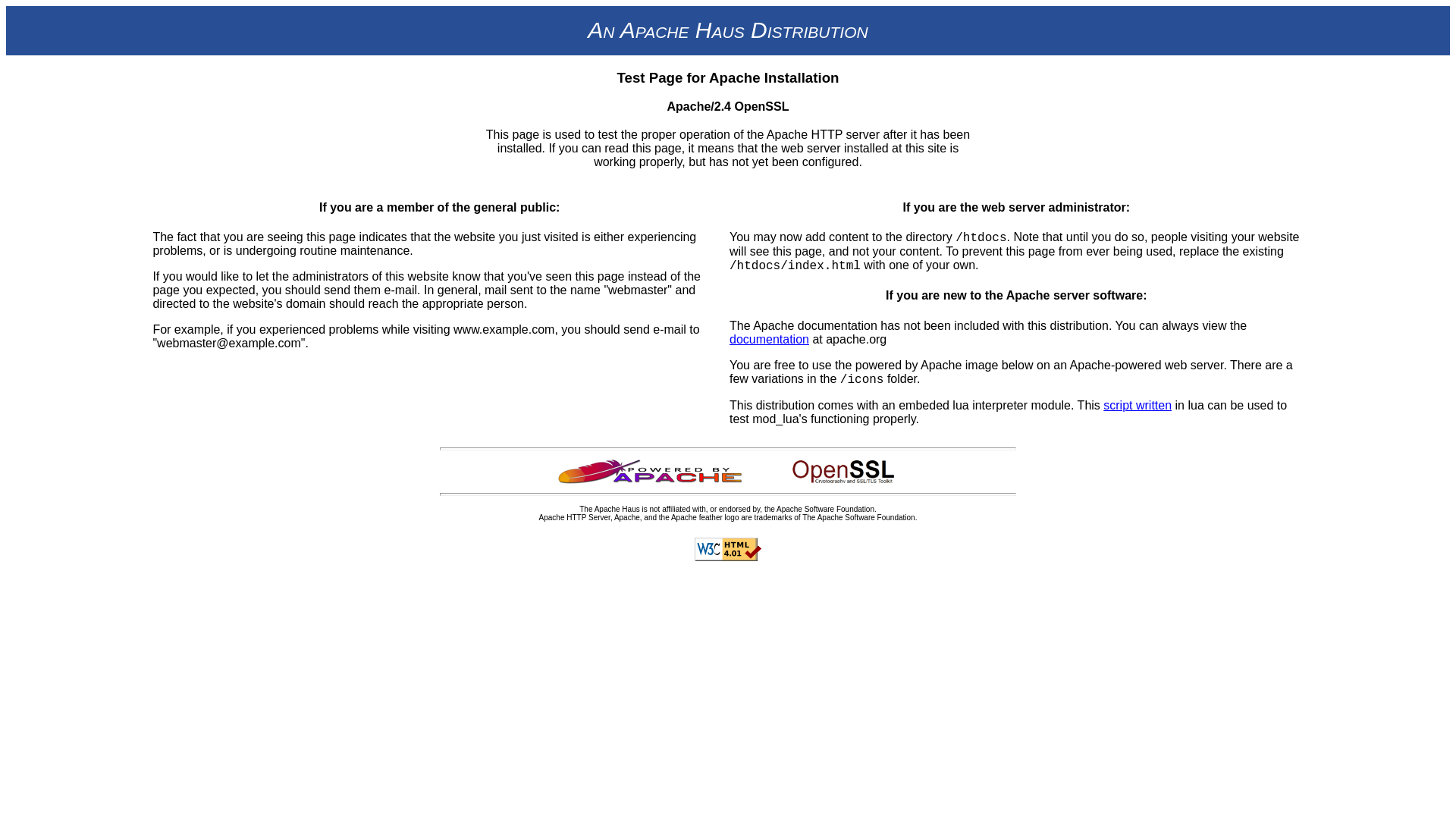 This screenshot has height=819, width=1456. What do you see at coordinates (769, 337) in the screenshot?
I see `'documentation'` at bounding box center [769, 337].